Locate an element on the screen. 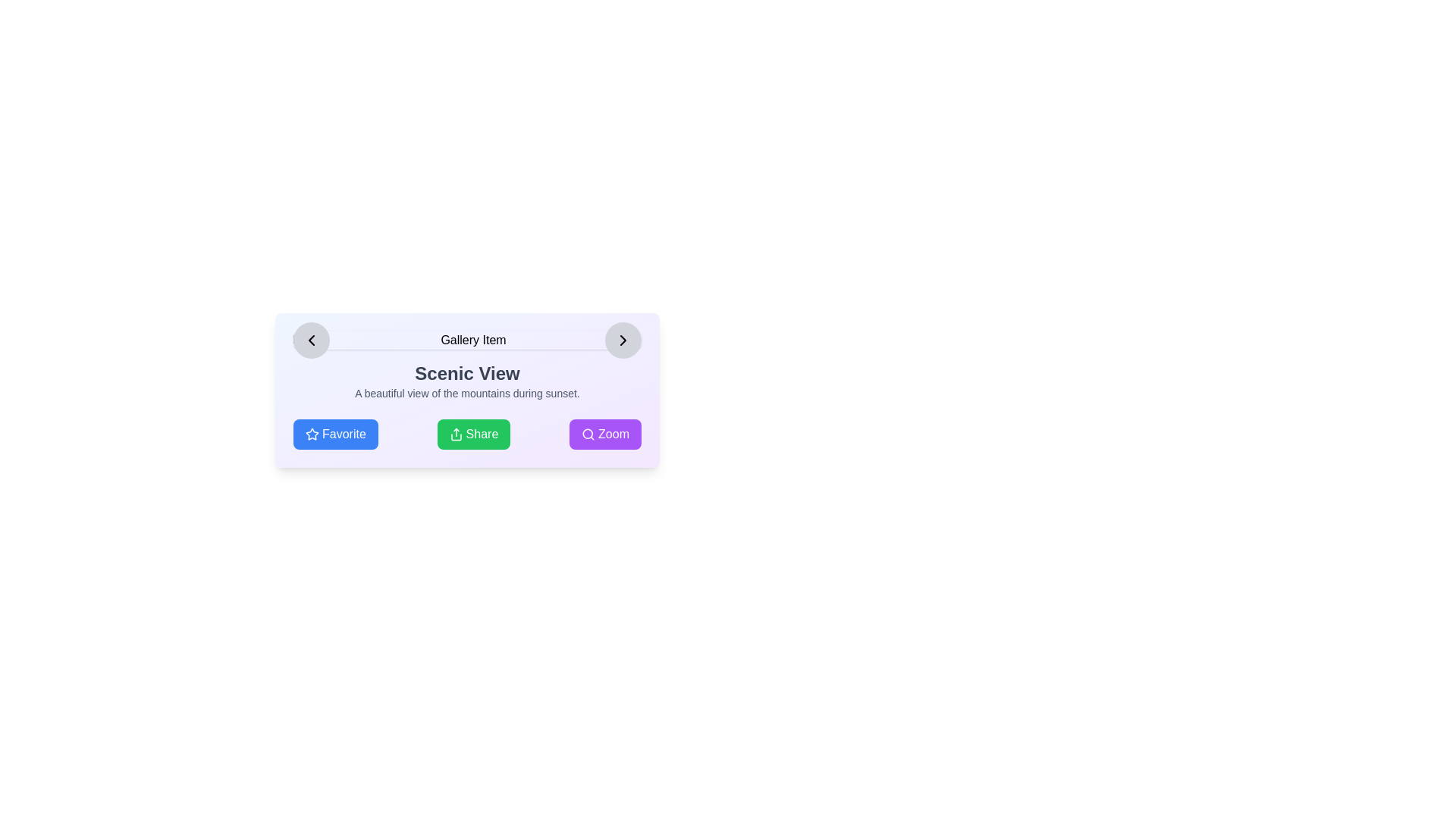 This screenshot has width=1456, height=819. the navigation arrow icon located within the circular button on the left of the gallery item's header is located at coordinates (311, 339).